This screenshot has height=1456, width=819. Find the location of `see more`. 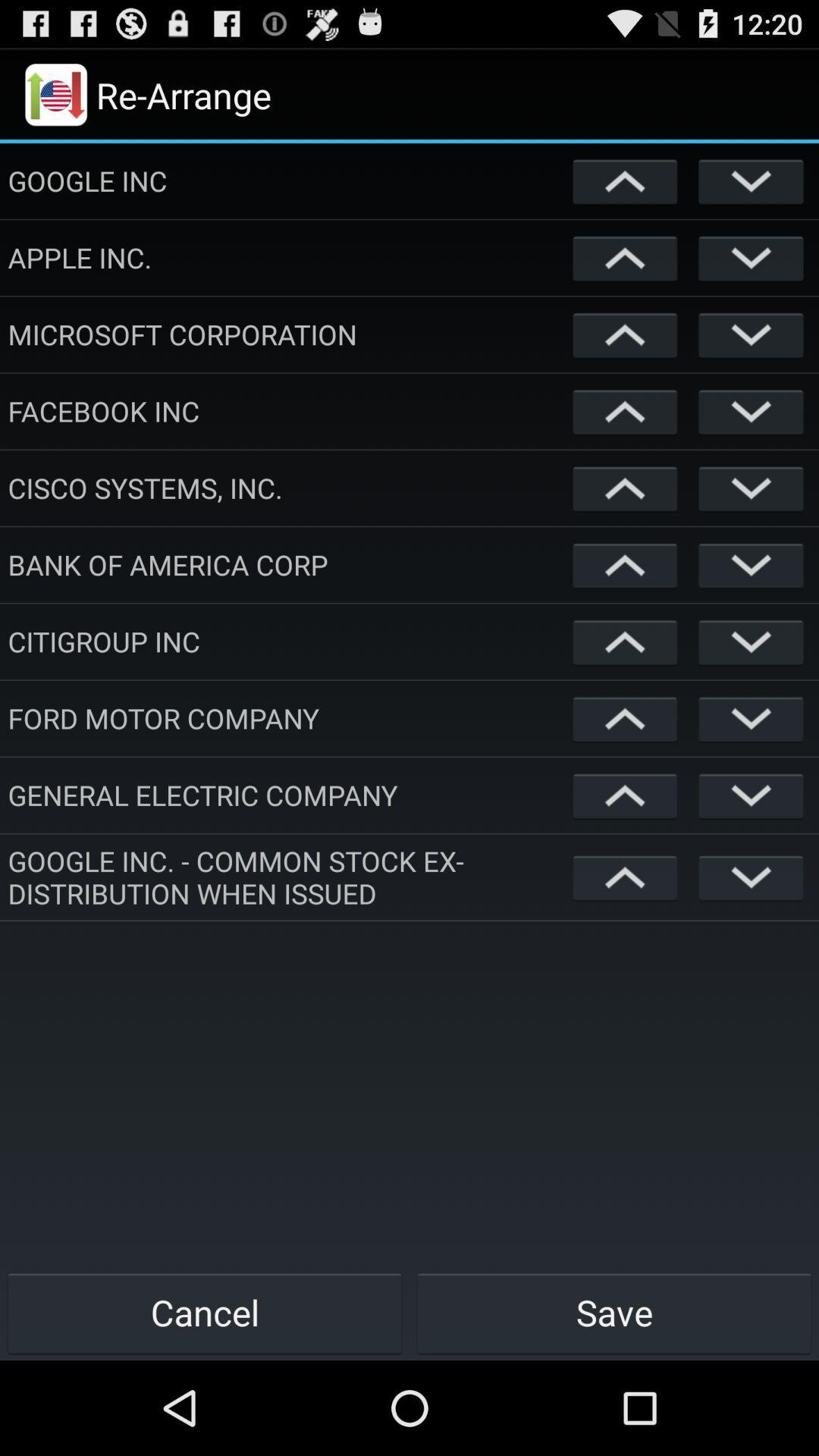

see more is located at coordinates (751, 642).